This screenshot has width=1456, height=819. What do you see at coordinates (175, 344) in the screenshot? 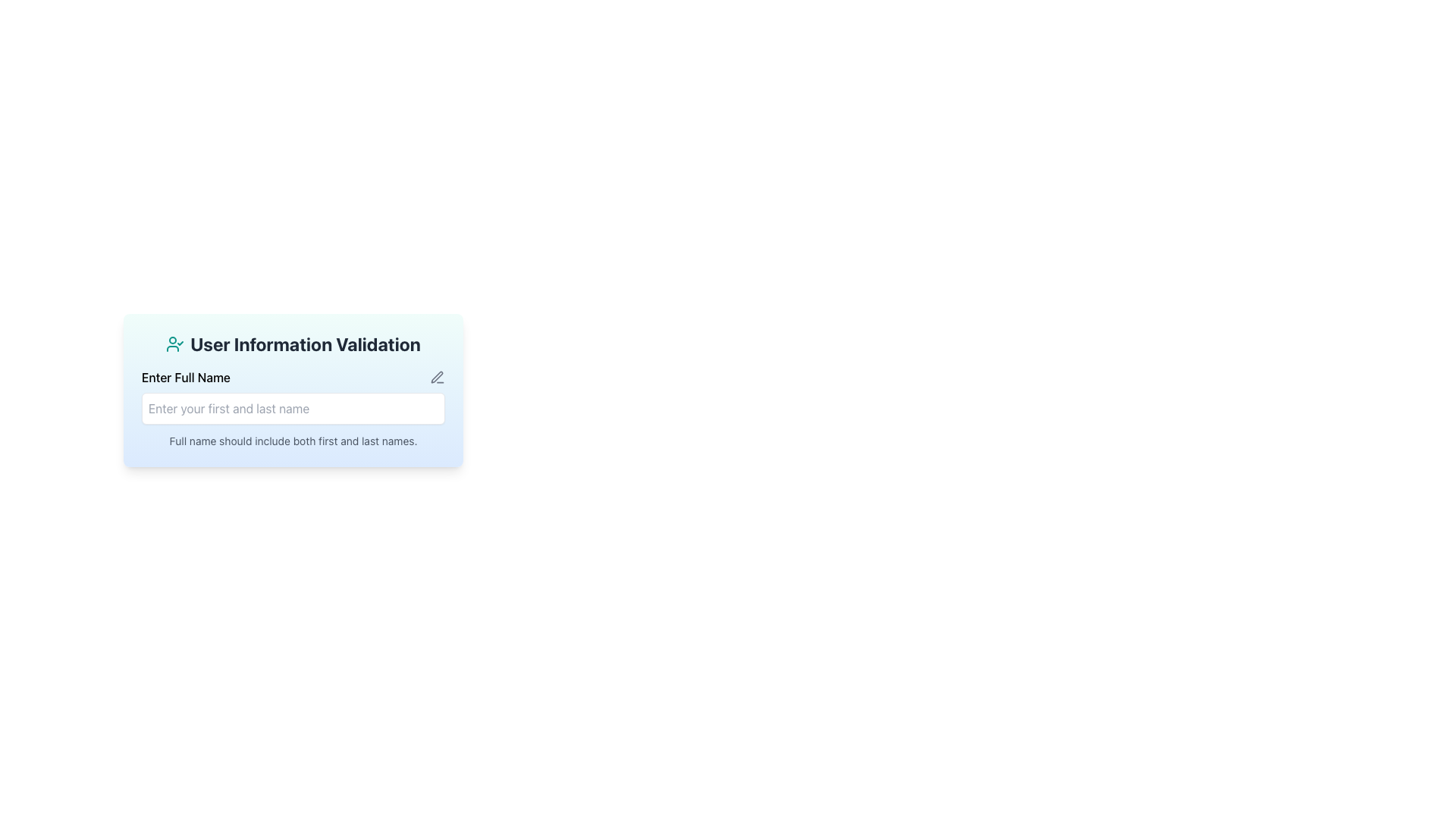
I see `the validation icon located at the top-left of the 'User Information Validation' header, which serves as a visual representation of user validation` at bounding box center [175, 344].